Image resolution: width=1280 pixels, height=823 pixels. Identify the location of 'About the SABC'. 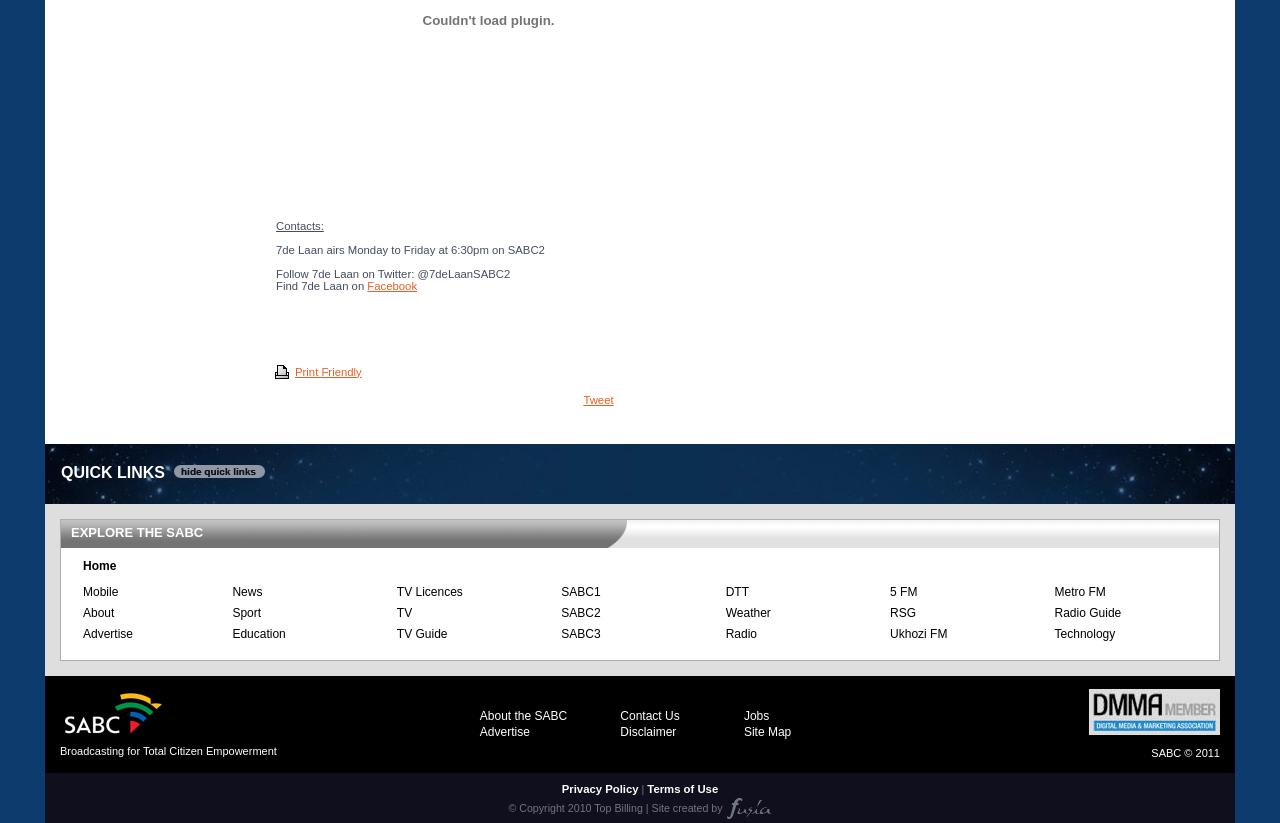
(477, 715).